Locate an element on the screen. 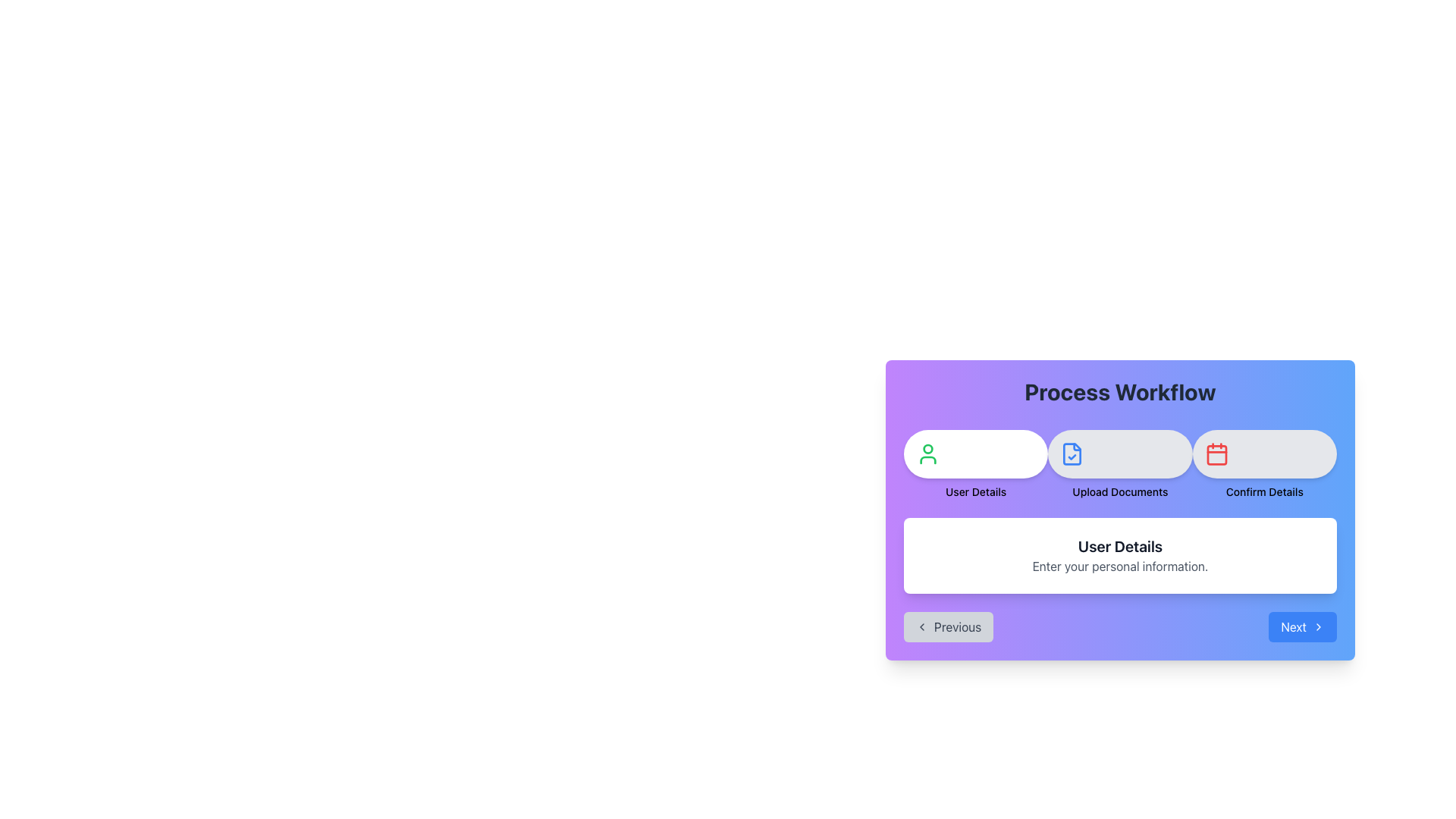 Image resolution: width=1456 pixels, height=819 pixels. the text label indicating the 'Manage Uploads' step in the 'Process Workflow' horizontal stepper interface is located at coordinates (1120, 491).